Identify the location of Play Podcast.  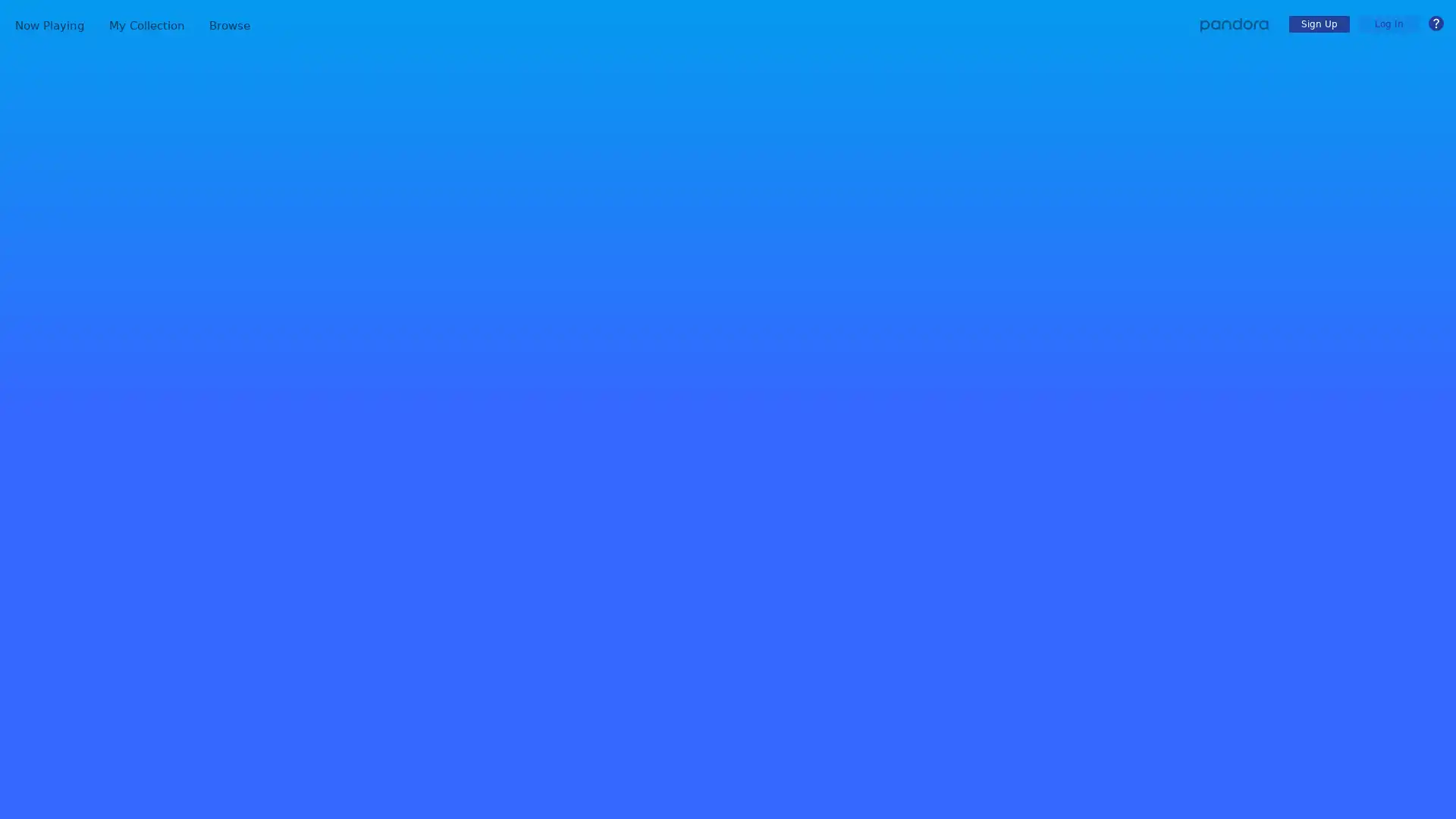
(356, 494).